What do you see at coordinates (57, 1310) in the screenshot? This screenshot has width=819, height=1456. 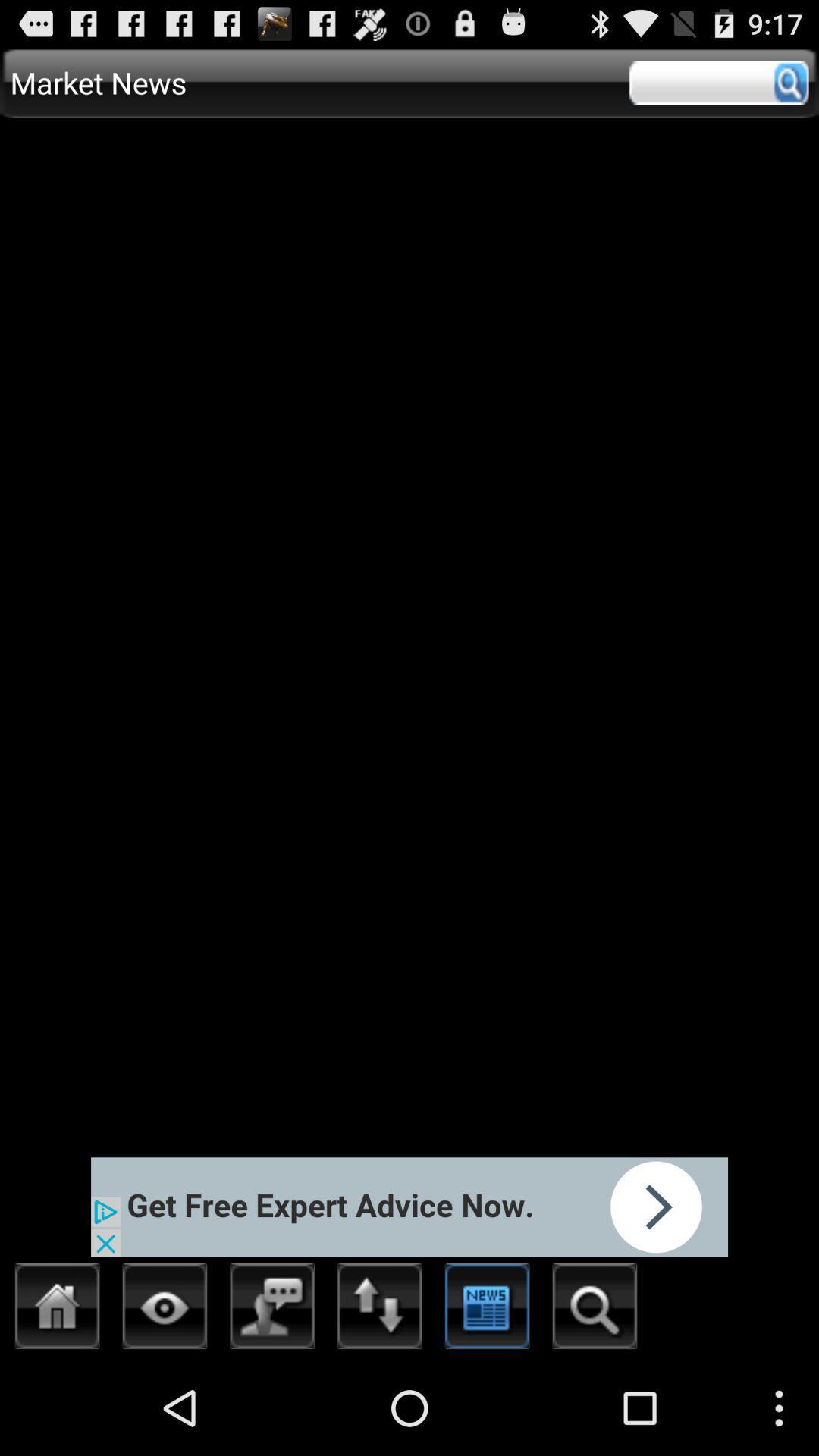 I see `home page` at bounding box center [57, 1310].